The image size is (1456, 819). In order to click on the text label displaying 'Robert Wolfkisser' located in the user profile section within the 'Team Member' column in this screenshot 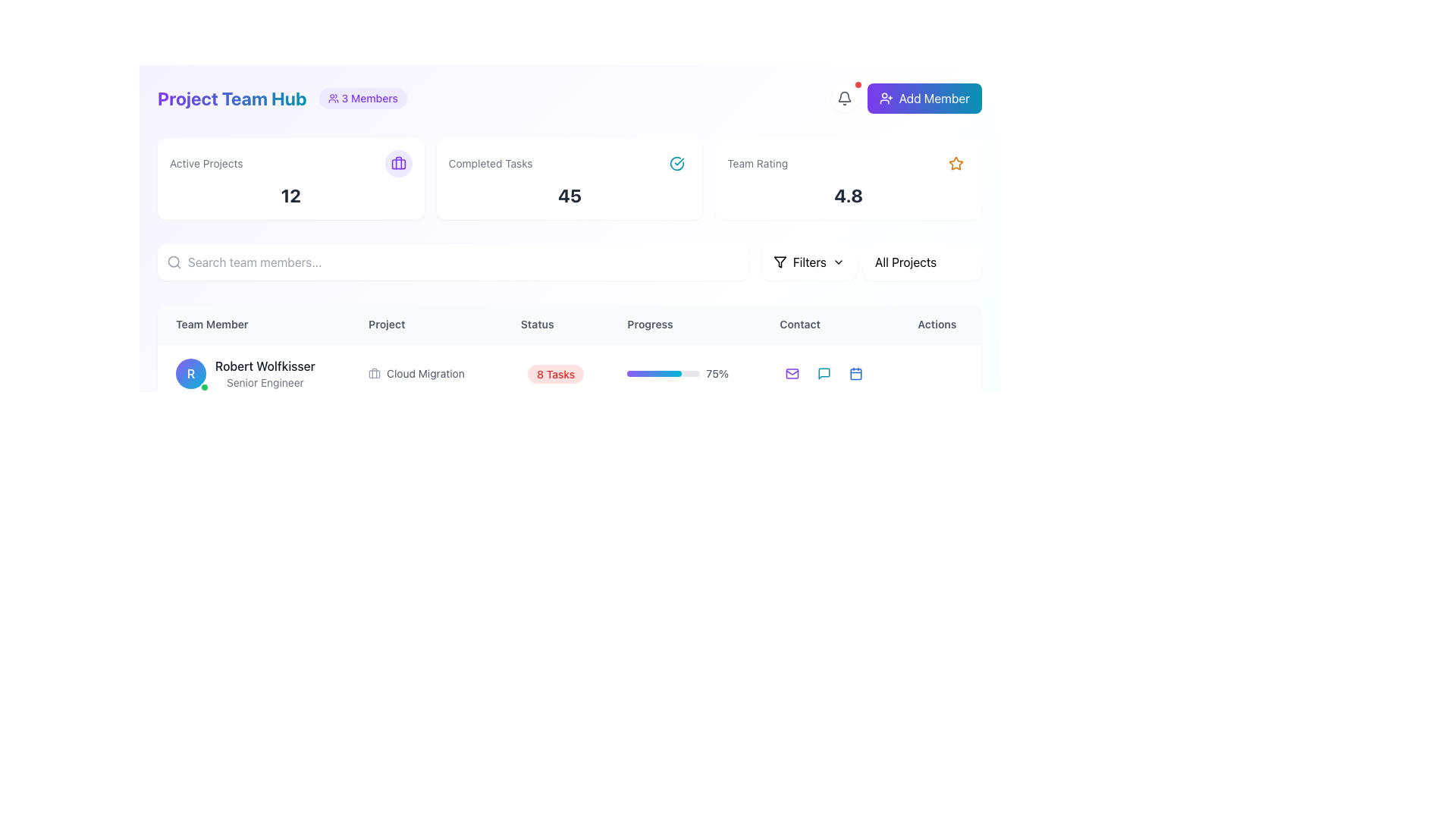, I will do `click(265, 366)`.